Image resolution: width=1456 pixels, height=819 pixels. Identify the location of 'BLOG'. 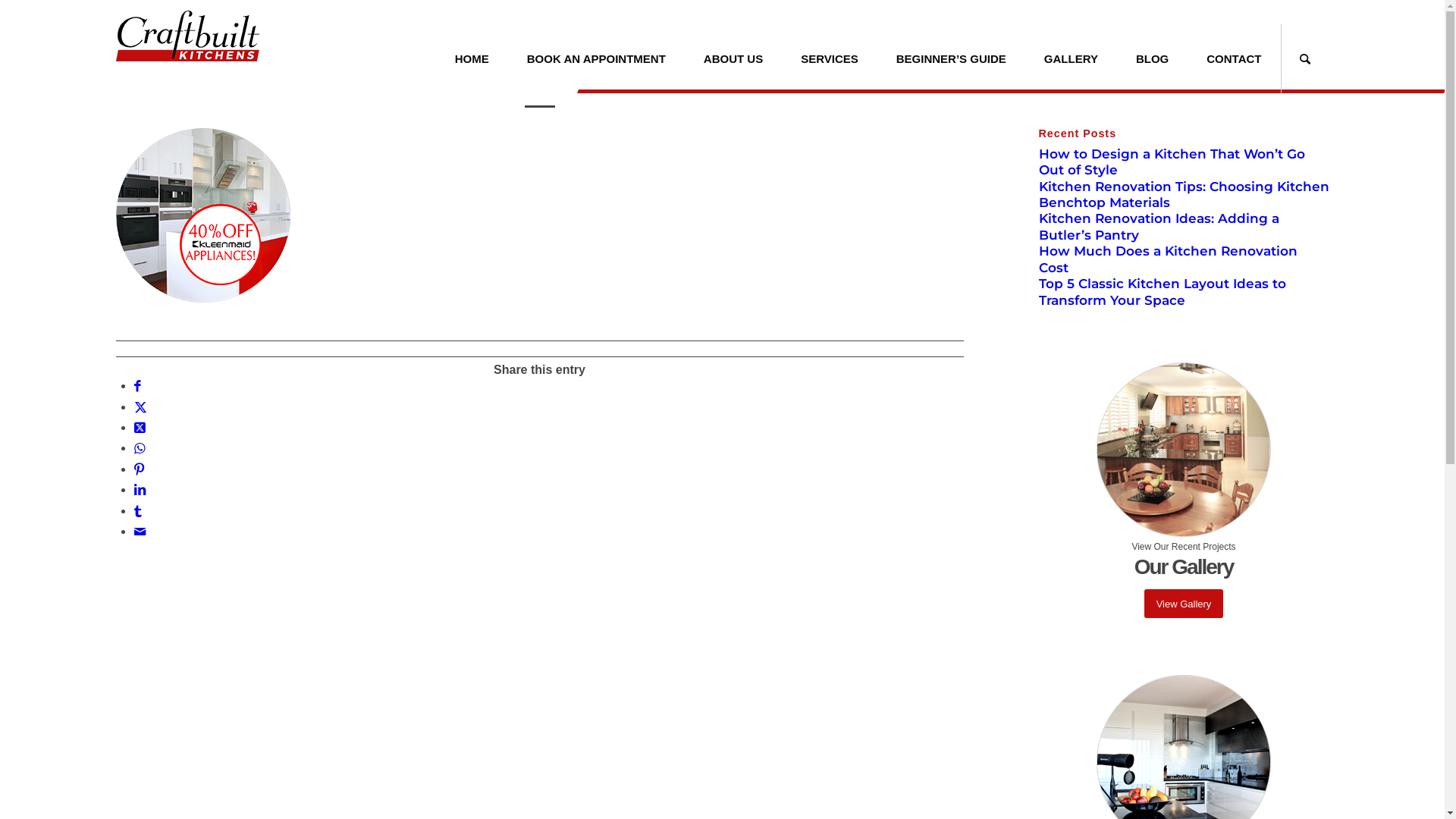
(1152, 58).